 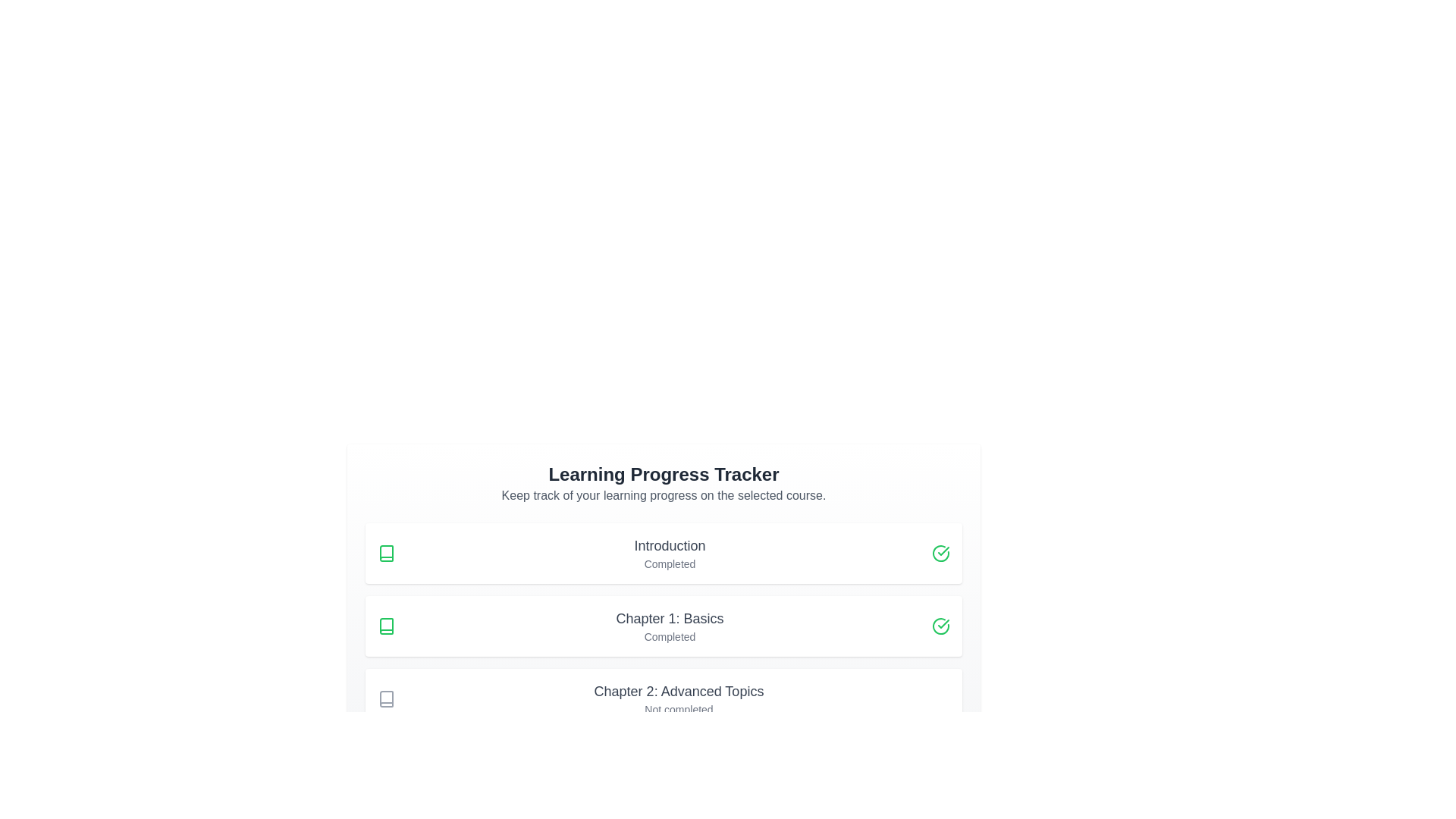 I want to click on the book icon representing the chapter, which is located in the third item of a vertical list, to interact with it if there are associated interactive elements nearby, so click(x=386, y=698).